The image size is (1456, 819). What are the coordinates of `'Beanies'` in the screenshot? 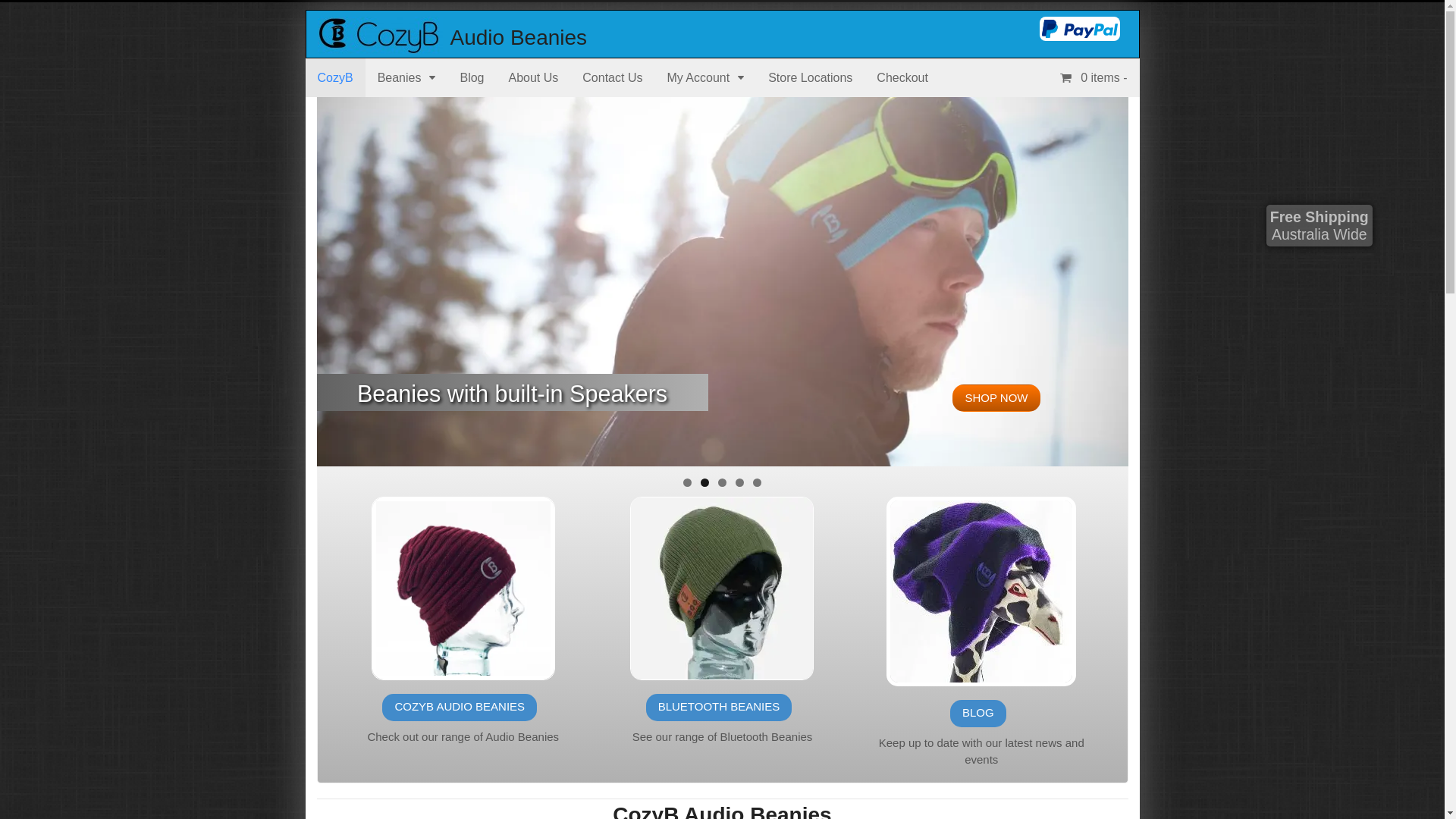 It's located at (365, 77).